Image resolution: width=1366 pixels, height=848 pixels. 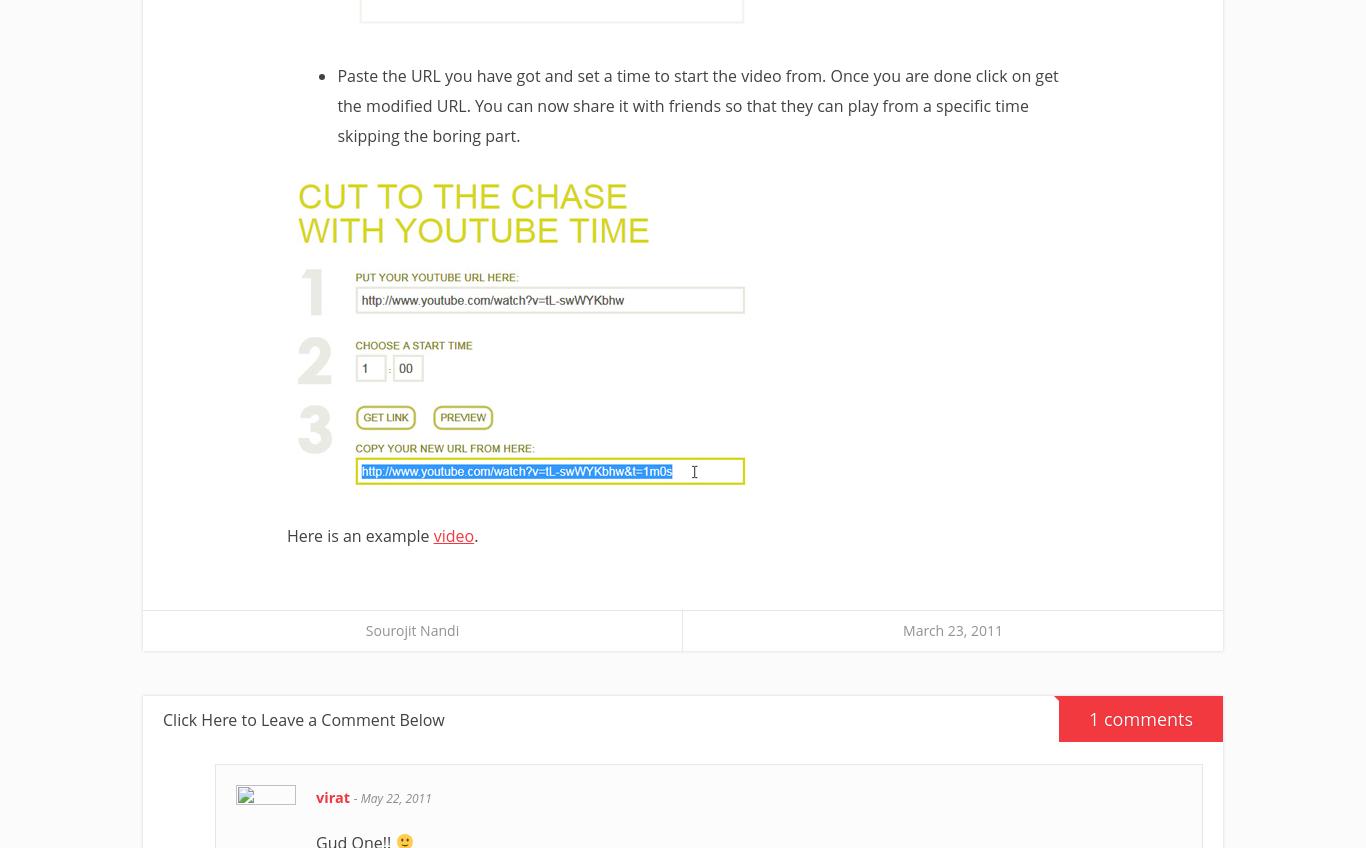 What do you see at coordinates (432, 535) in the screenshot?
I see `'video'` at bounding box center [432, 535].